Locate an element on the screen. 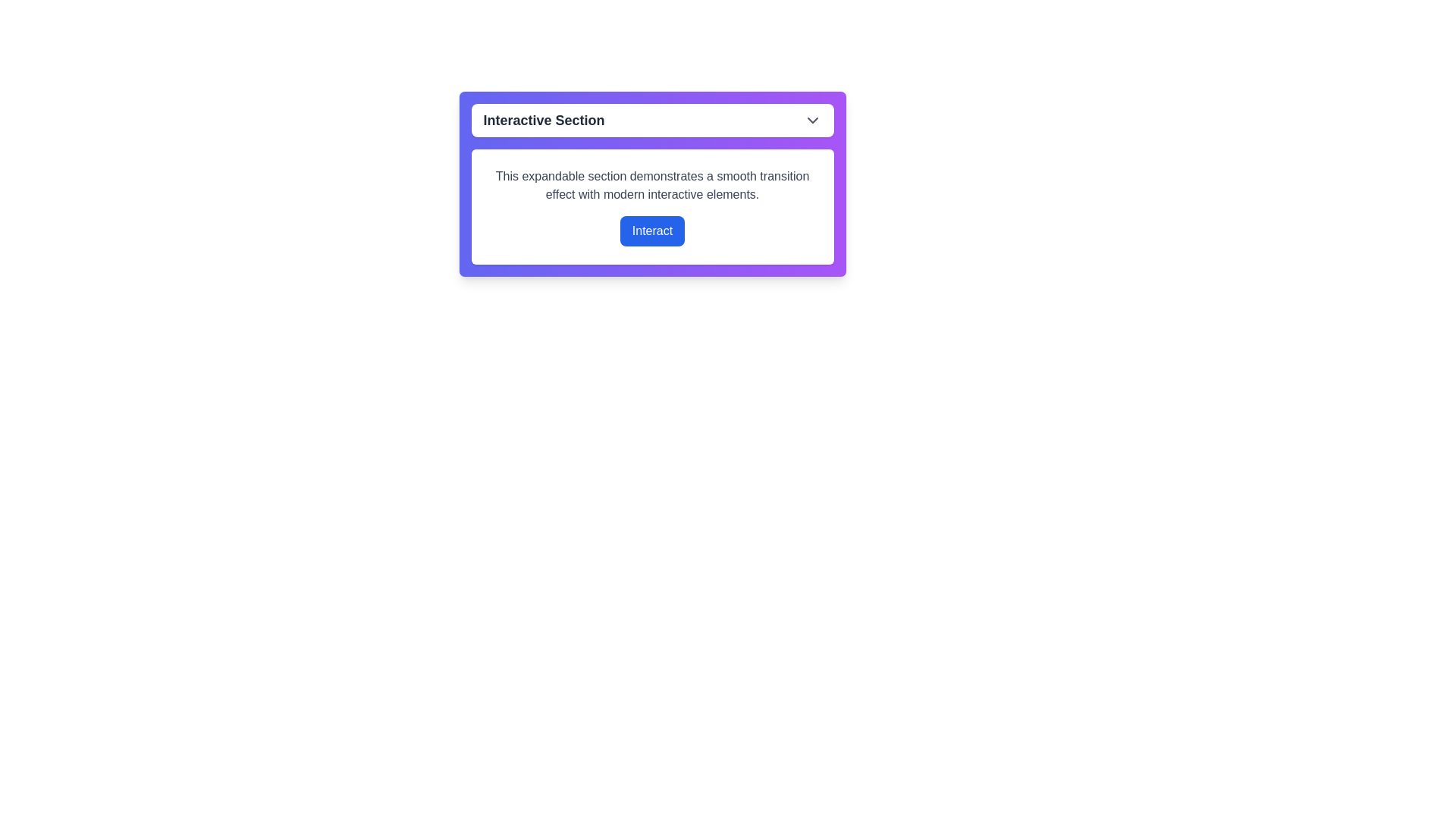  the 'Interact' button located in the Information Panel with a white background, which is the second interactive component beneath the title 'Interactive Section' is located at coordinates (652, 207).